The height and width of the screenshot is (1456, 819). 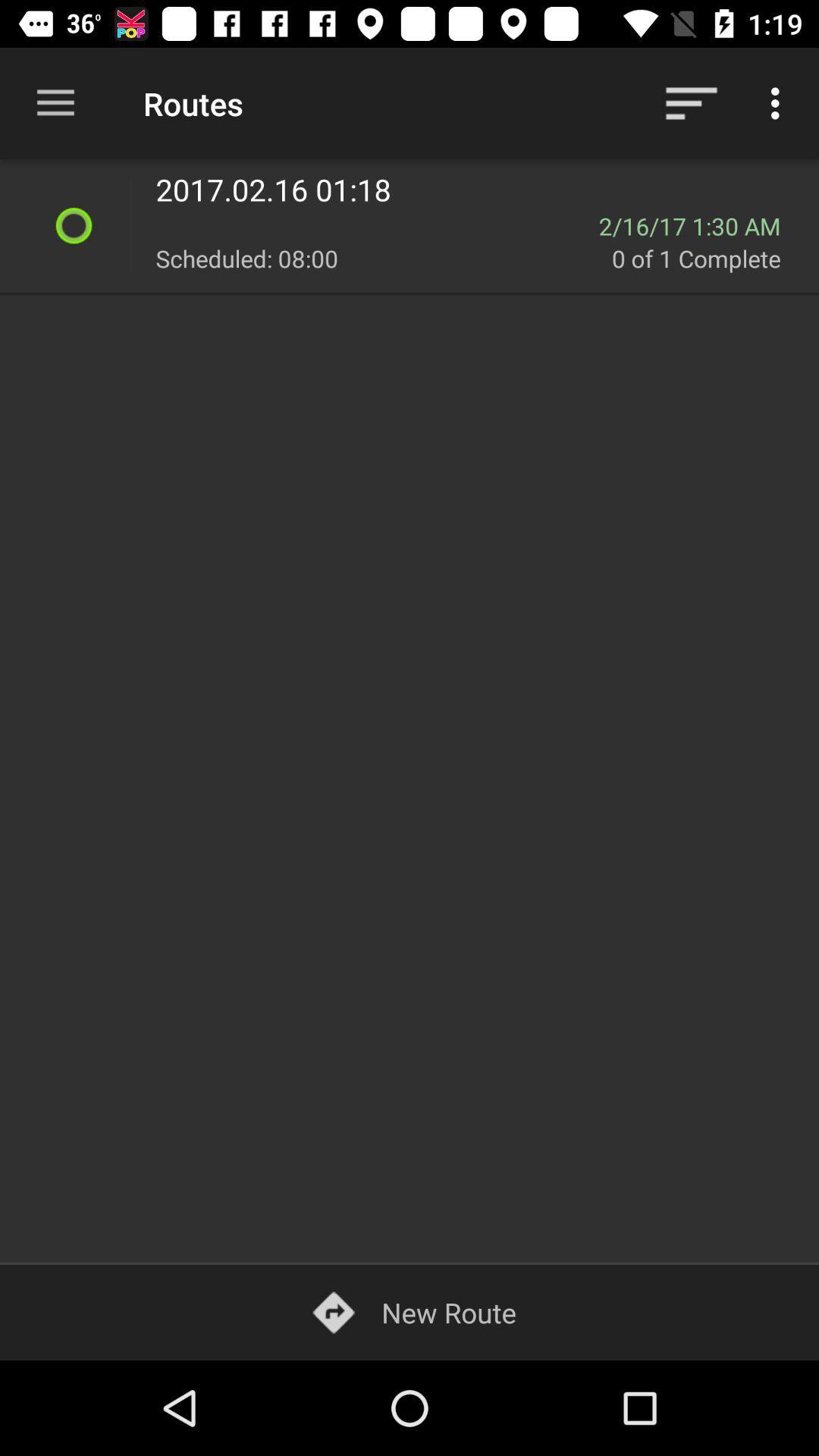 I want to click on the item next to the 2 16 17 icon, so click(x=376, y=225).